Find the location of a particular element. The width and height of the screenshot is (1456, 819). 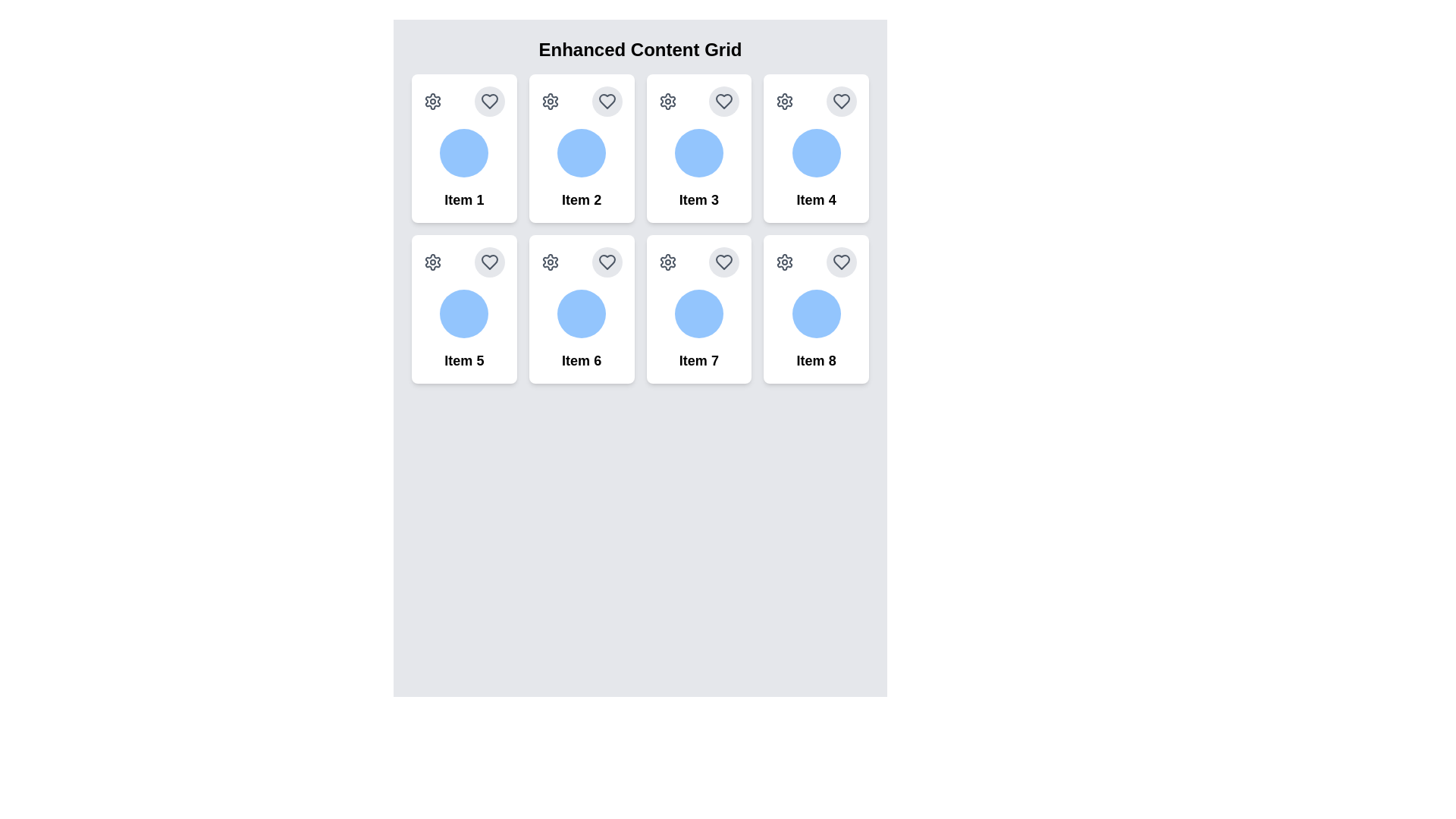

the settings icon button located at the top-left position of the contextual card for 'Item 3' is located at coordinates (667, 102).